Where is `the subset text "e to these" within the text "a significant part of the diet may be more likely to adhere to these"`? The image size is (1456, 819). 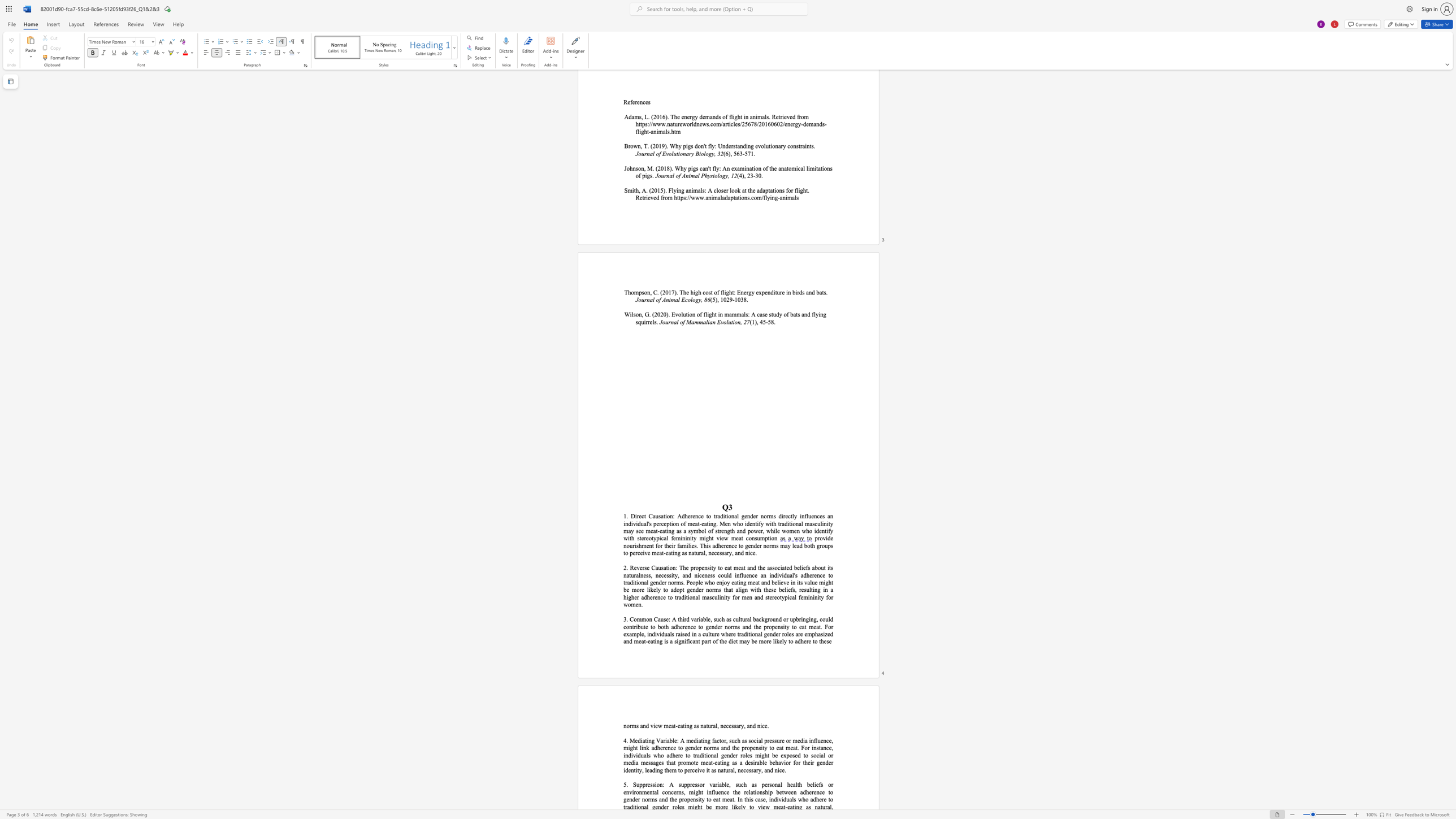 the subset text "e to these" within the text "a significant part of the diet may be more likely to adhere to these" is located at coordinates (808, 640).